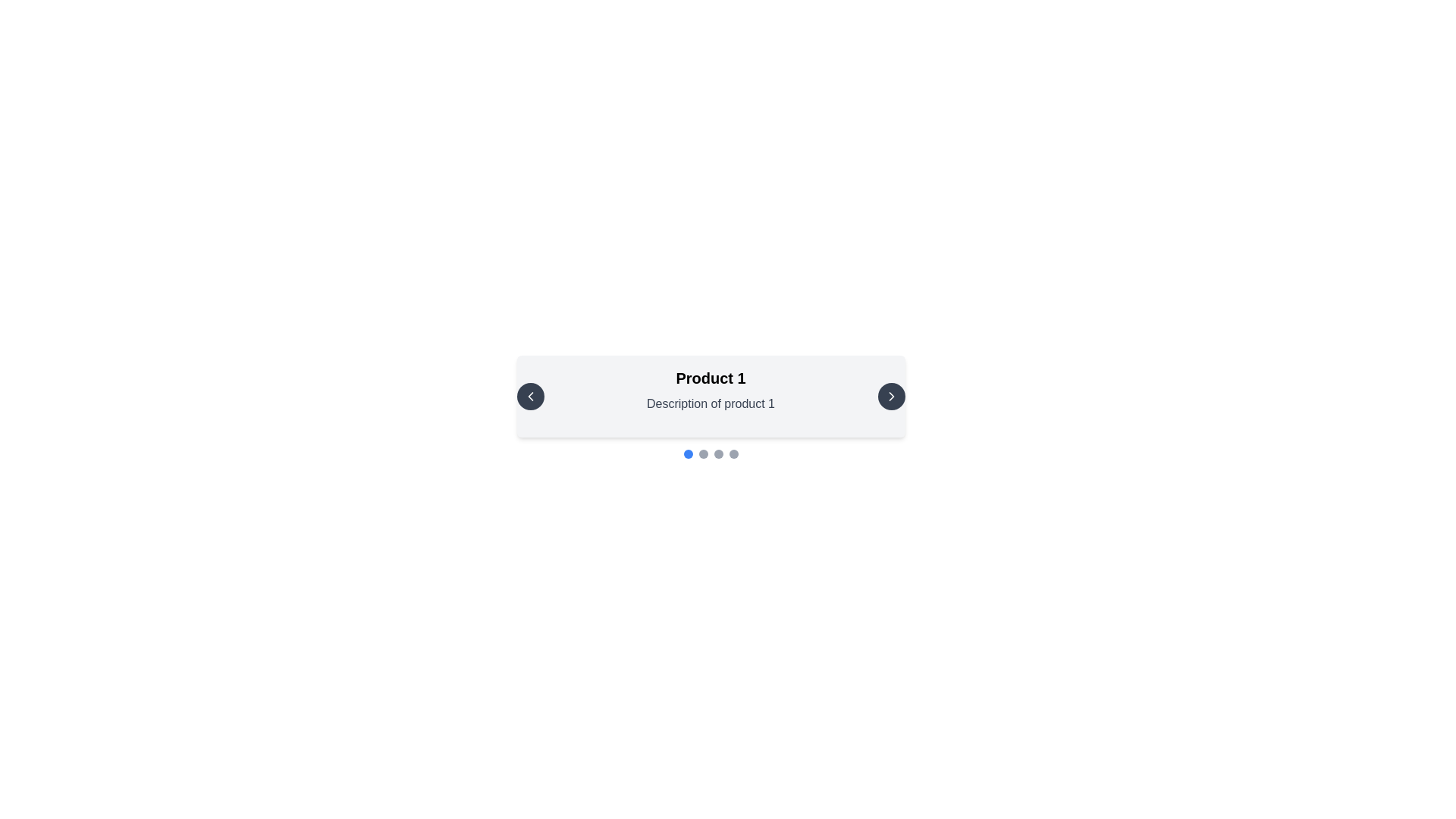 The width and height of the screenshot is (1456, 819). Describe the element at coordinates (530, 396) in the screenshot. I see `the left-facing chevron icon button within the circular button on the left portion of the card` at that location.